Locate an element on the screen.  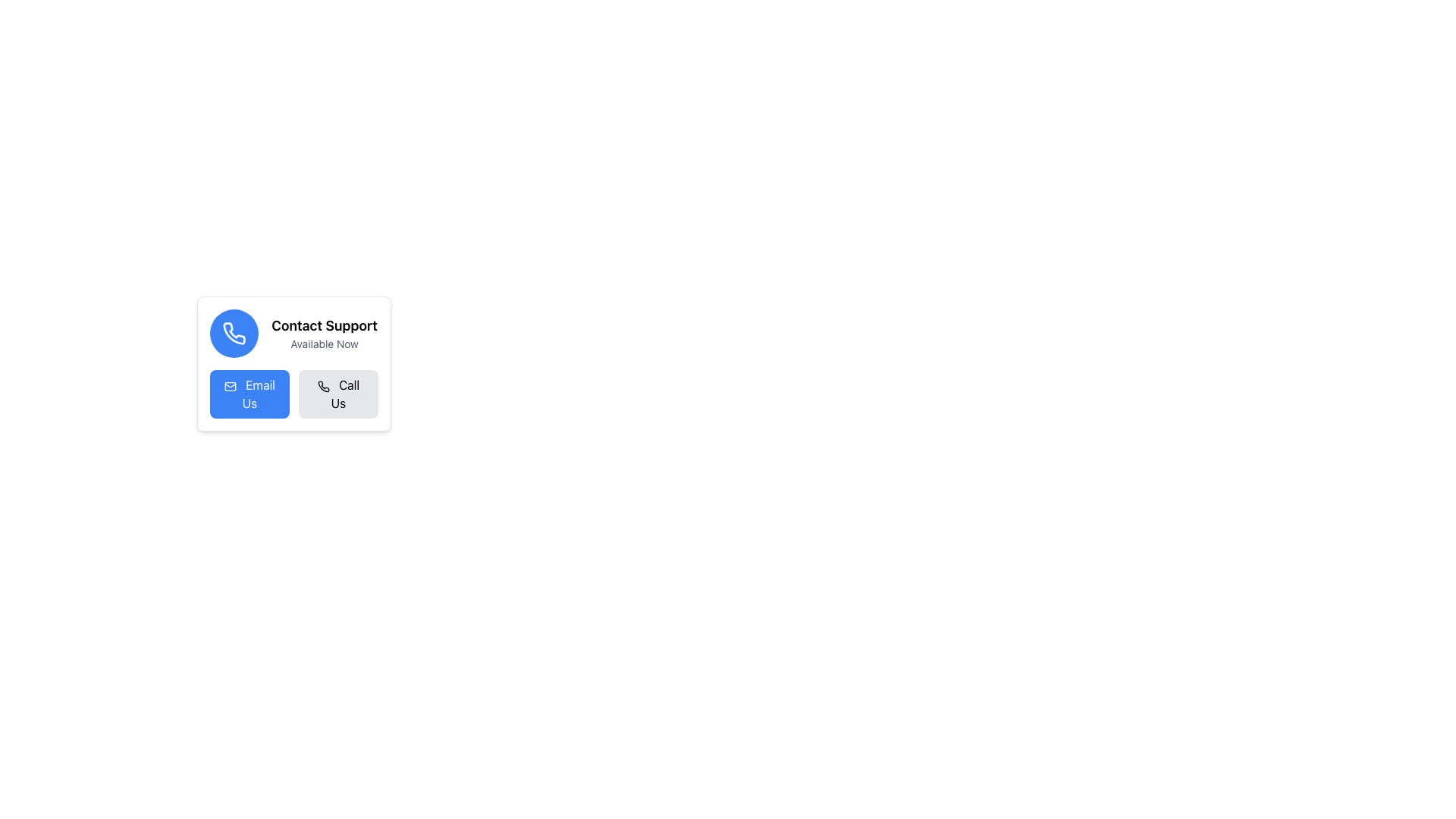
the phone icon in line art style, which is displayed in white on a blue circular background located at the top-left part of the card is located at coordinates (233, 332).